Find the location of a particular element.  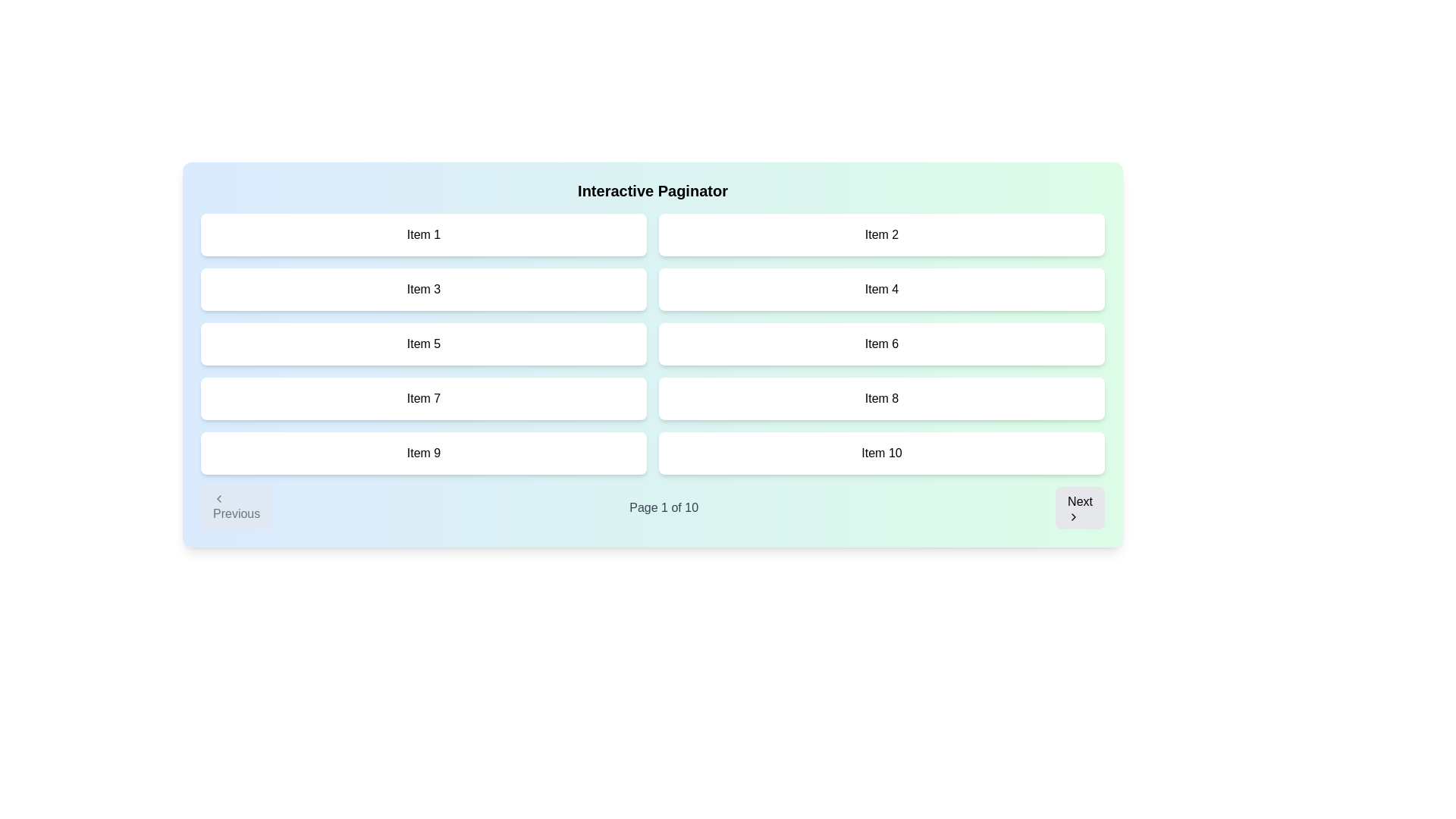

the Text Label element displaying 'Item 3', which is located in the second row, first column of a grid layout is located at coordinates (423, 289).